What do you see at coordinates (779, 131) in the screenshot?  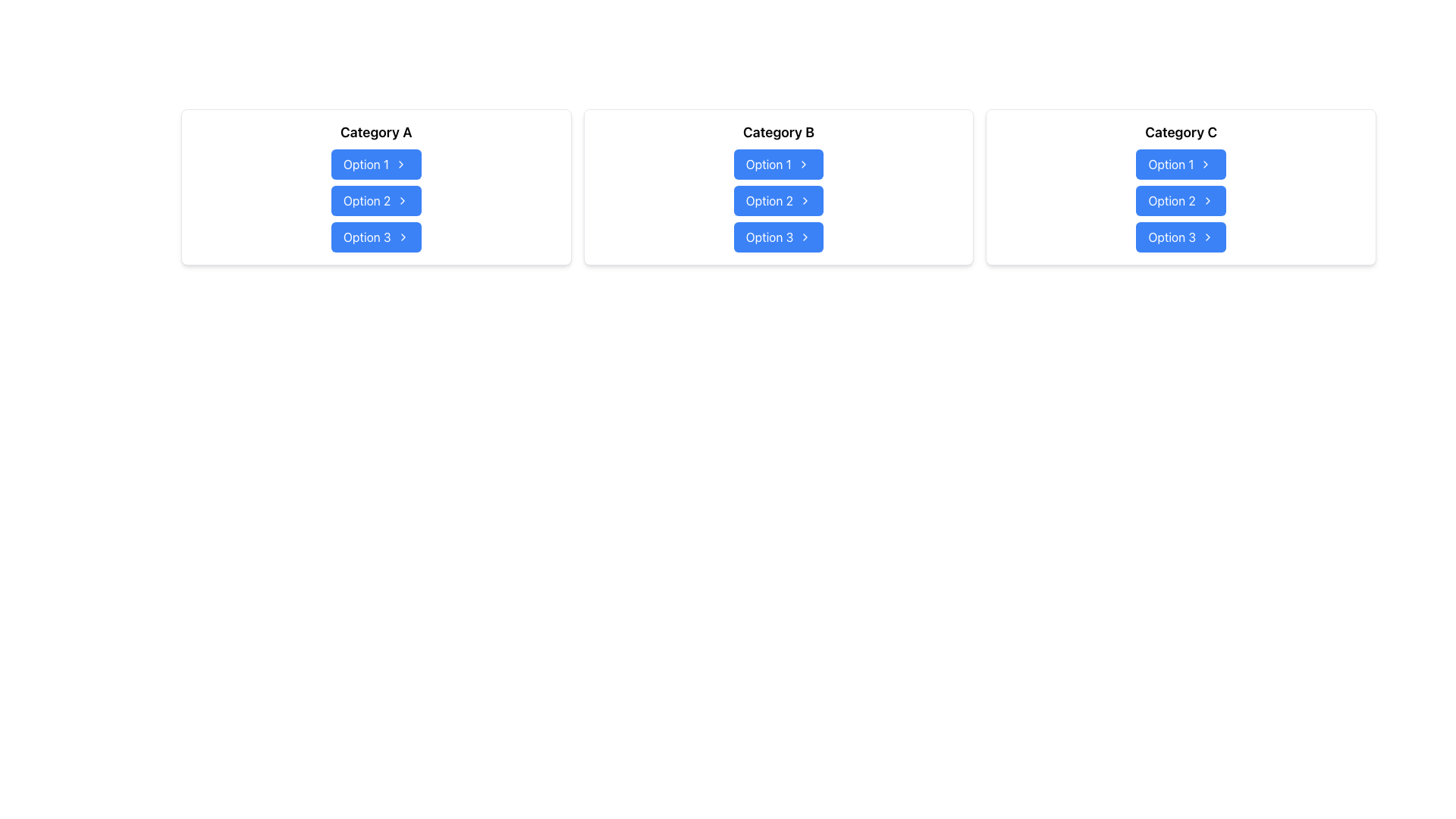 I see `the text label located at the top of the center card, which indicates the type or scope of the options below it` at bounding box center [779, 131].